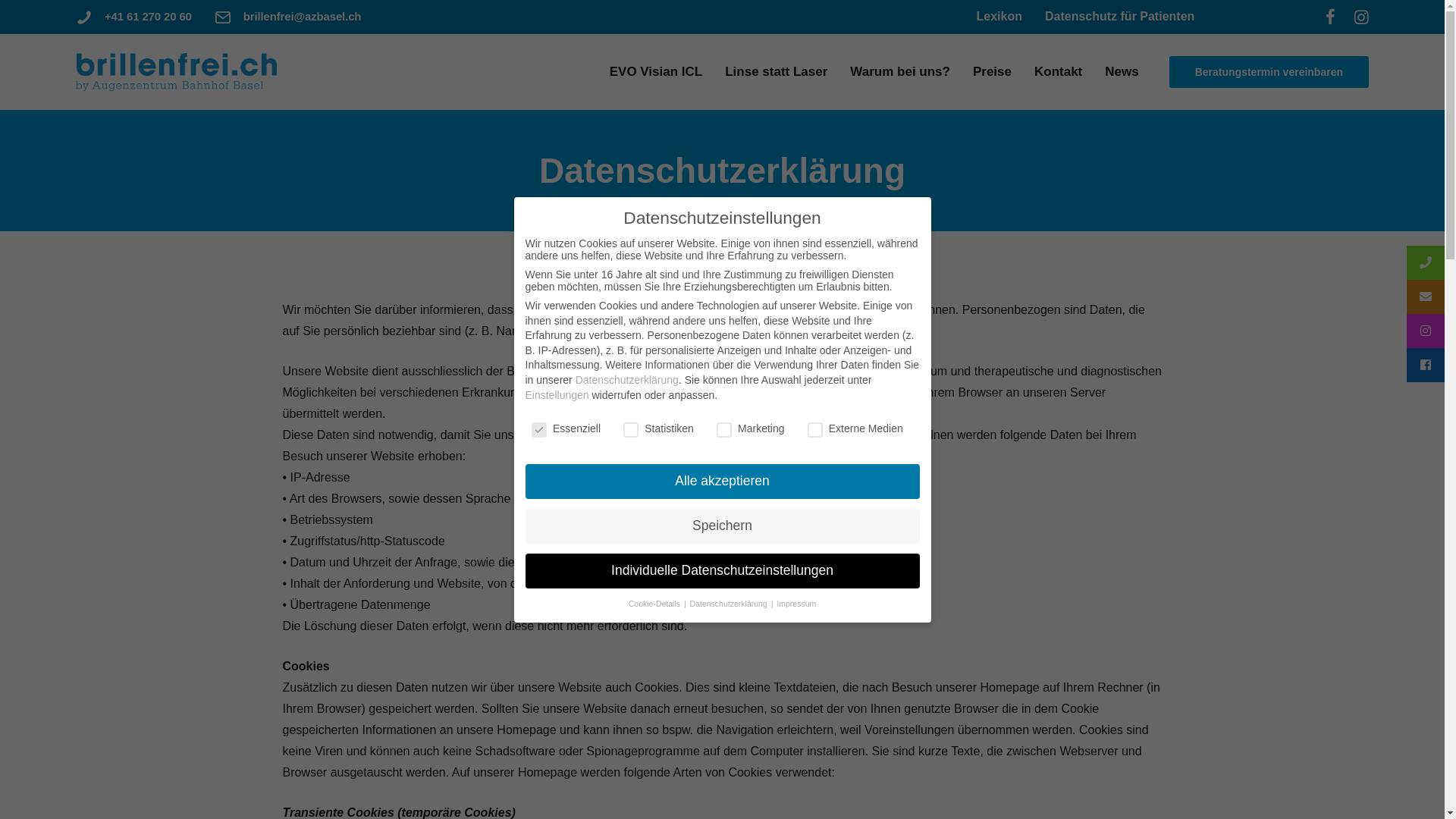 The image size is (1456, 819). What do you see at coordinates (656, 71) in the screenshot?
I see `'EVO Visian ICL'` at bounding box center [656, 71].